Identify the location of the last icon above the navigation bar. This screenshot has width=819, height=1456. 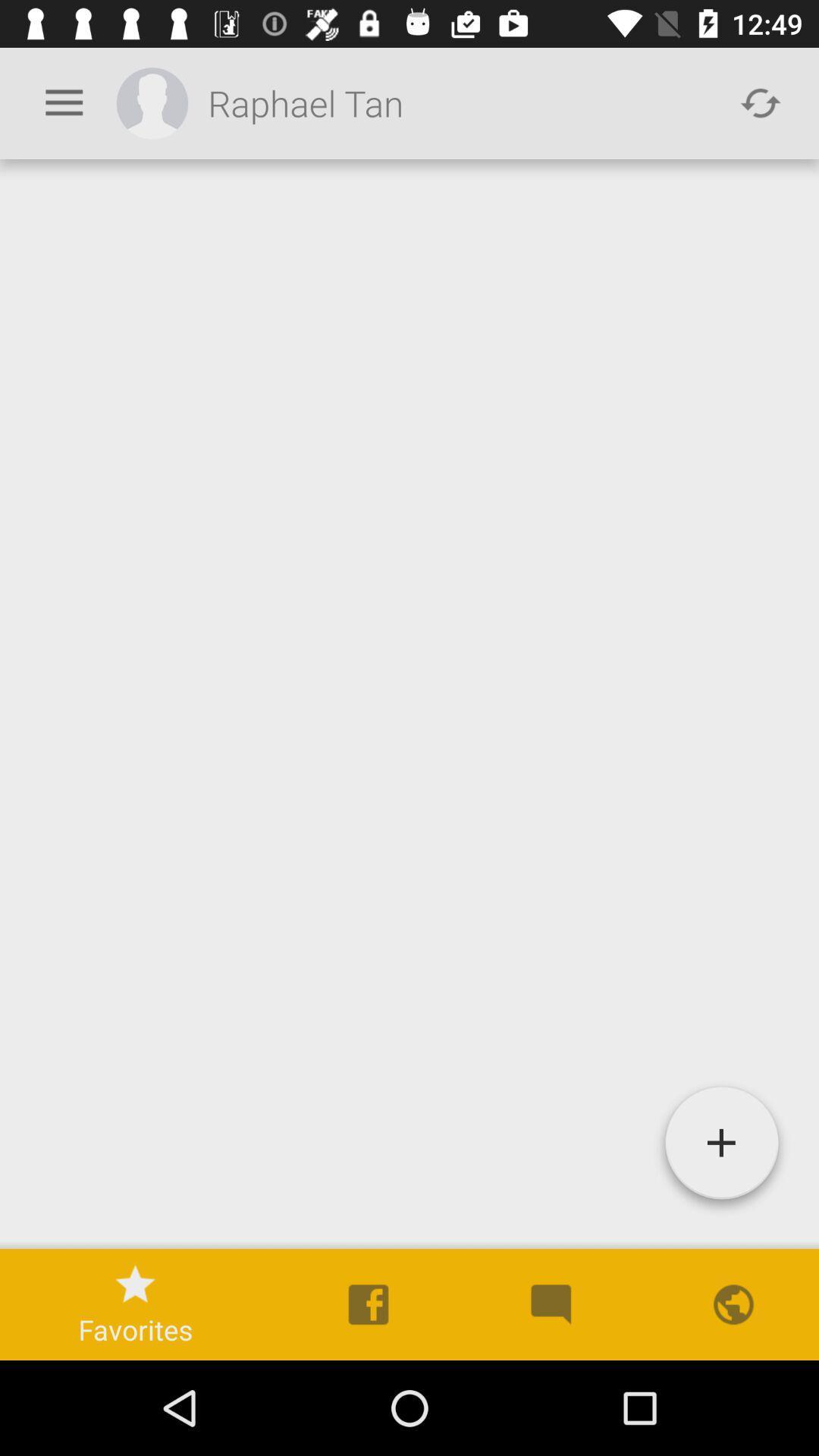
(730, 1304).